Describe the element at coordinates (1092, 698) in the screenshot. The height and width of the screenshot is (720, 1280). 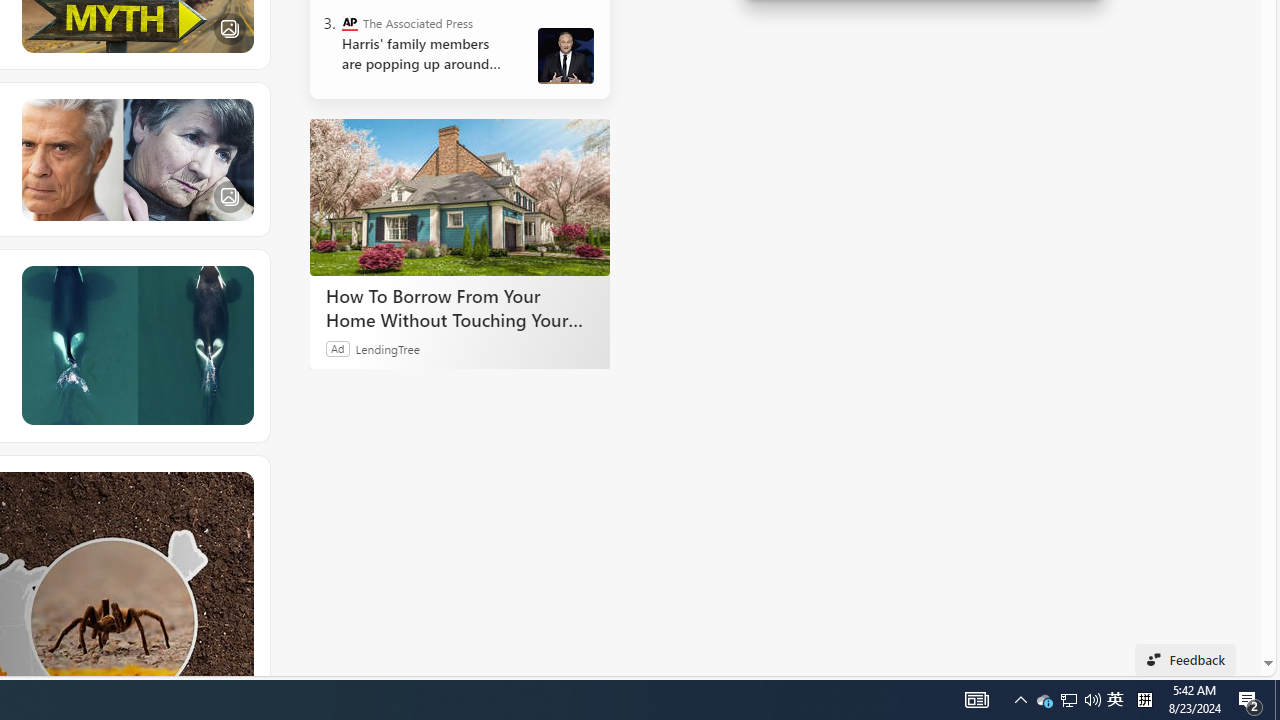
I see `'User Promoted Notification Area'` at that location.